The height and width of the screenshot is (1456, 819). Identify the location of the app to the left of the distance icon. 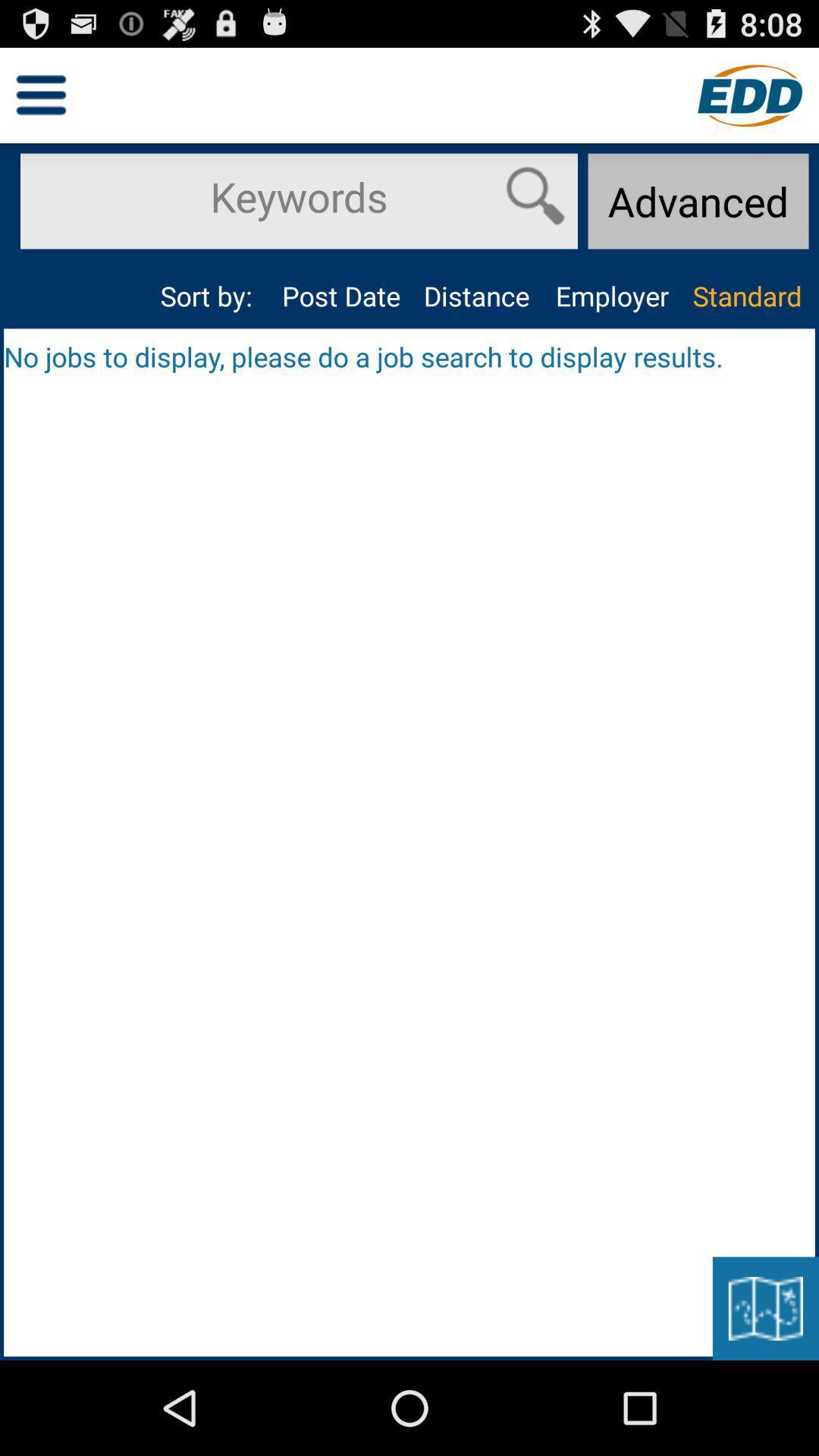
(341, 296).